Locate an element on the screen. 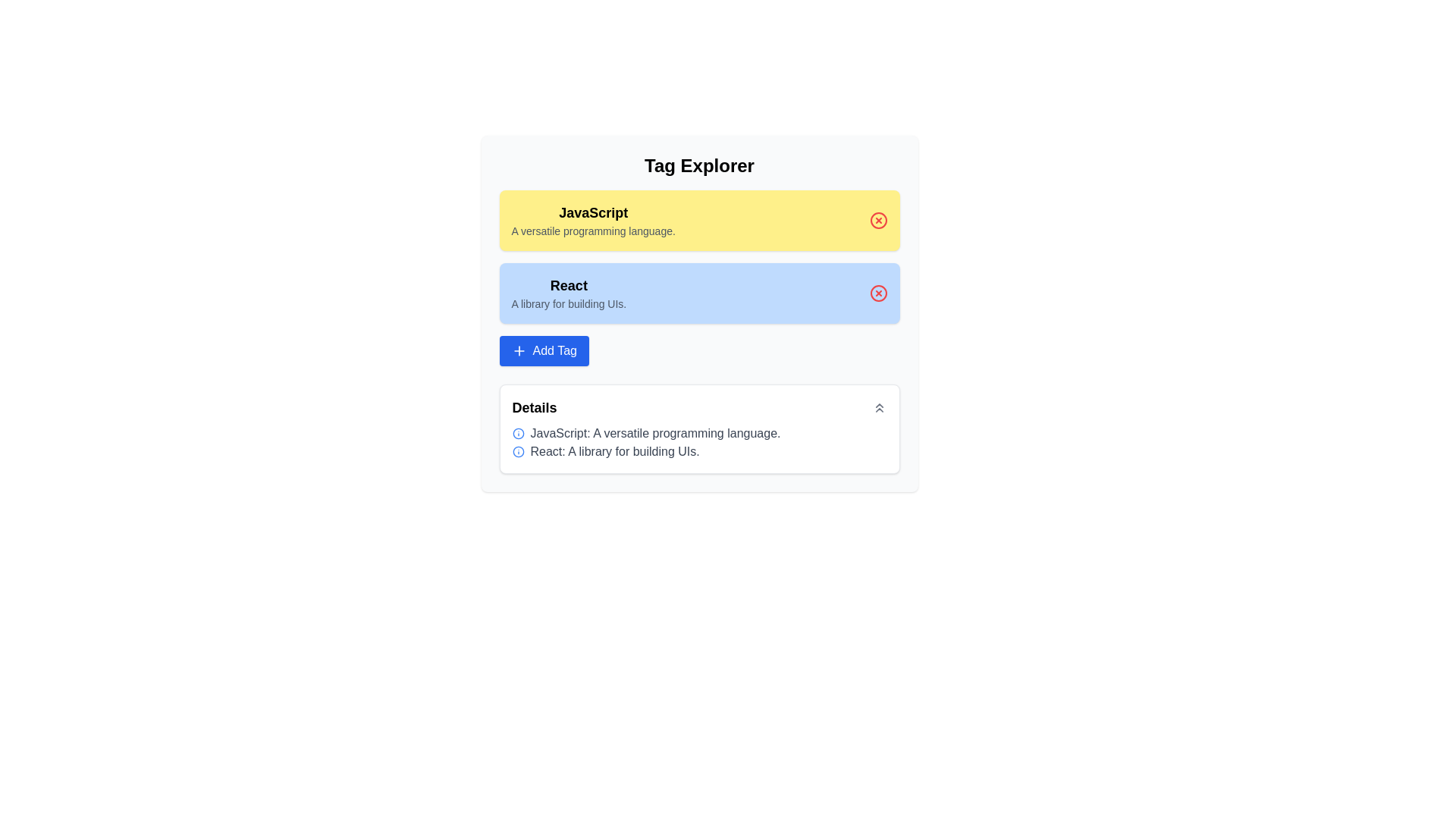 This screenshot has height=819, width=1456. text displayed in the descriptive text block located at the top of the yellow-highlighted card, which provides the name and description of a featured programming language, positioned above the blue-highlighted card labeled 'React' is located at coordinates (592, 220).